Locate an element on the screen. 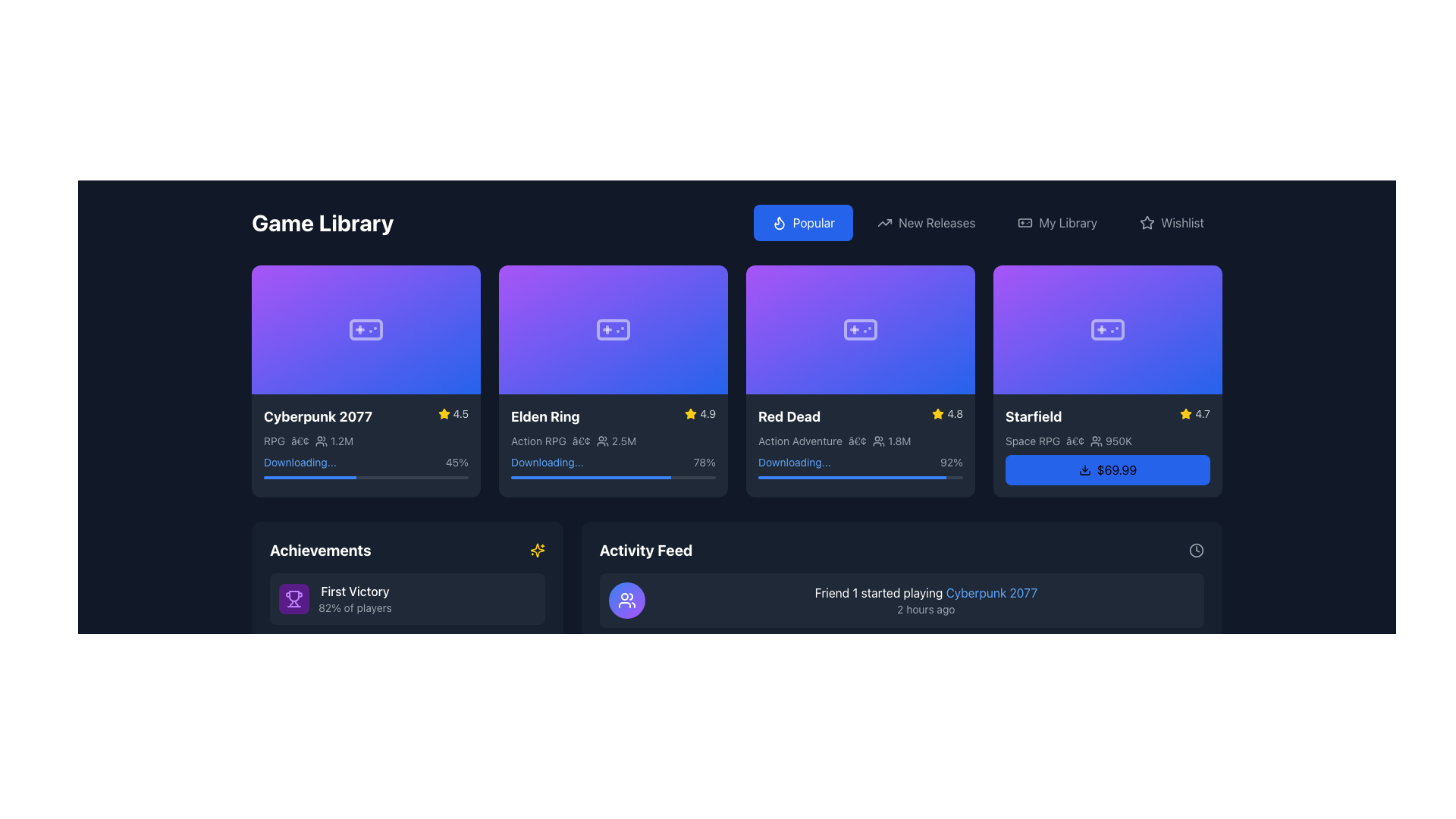 This screenshot has height=819, width=1456. the heading text element that reads 'Activity Feed', which is styled in bold, white text against a dark background, located near the bottom-right of the main layout is located at coordinates (645, 550).